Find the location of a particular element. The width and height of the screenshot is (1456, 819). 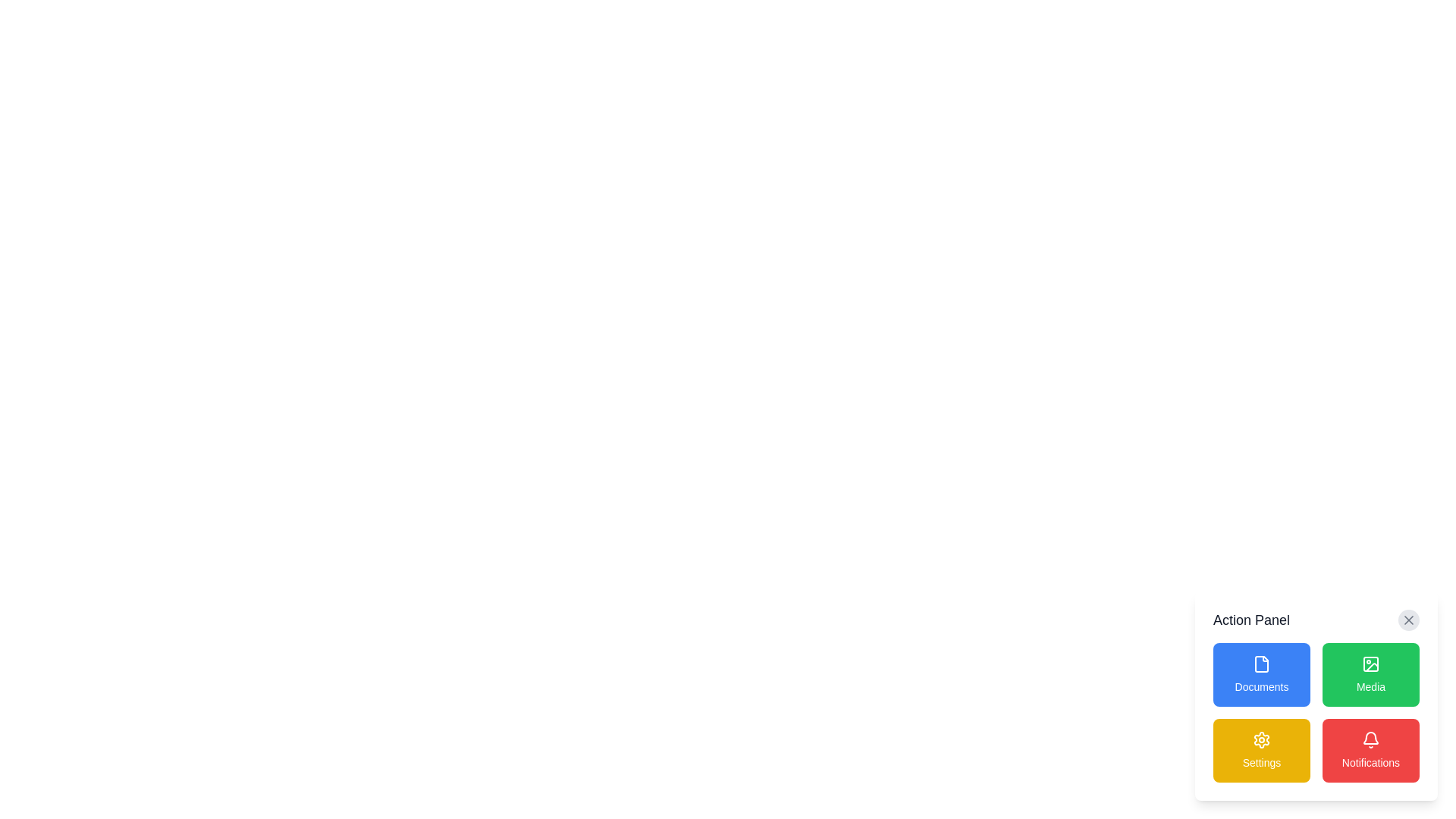

text label within the 'Settings' button located in the lower right section of the UI panel labeled 'Action Panel', positioned directly below the gear icon is located at coordinates (1262, 763).